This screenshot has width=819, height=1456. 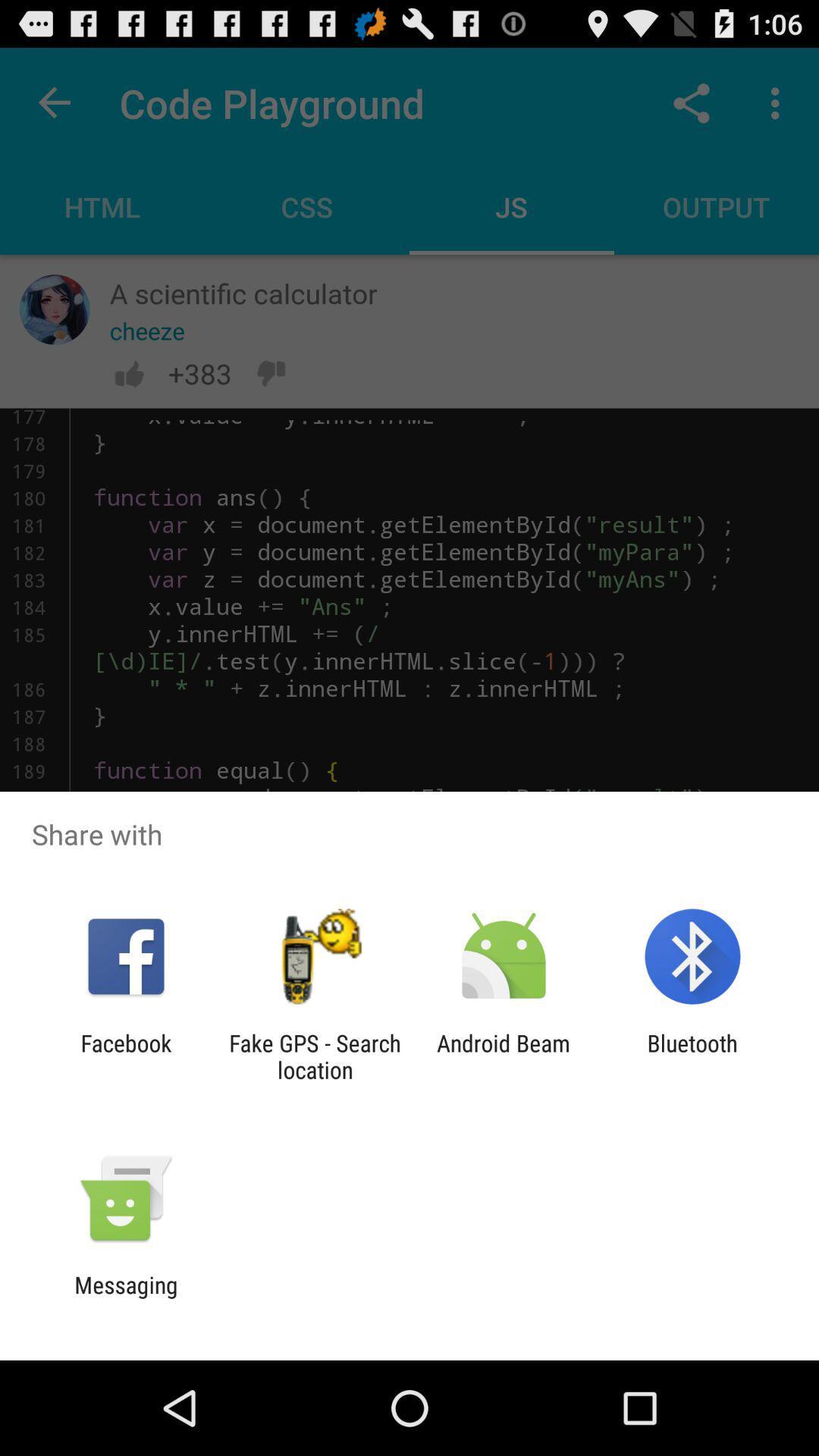 What do you see at coordinates (314, 1056) in the screenshot?
I see `app to the left of the android beam` at bounding box center [314, 1056].